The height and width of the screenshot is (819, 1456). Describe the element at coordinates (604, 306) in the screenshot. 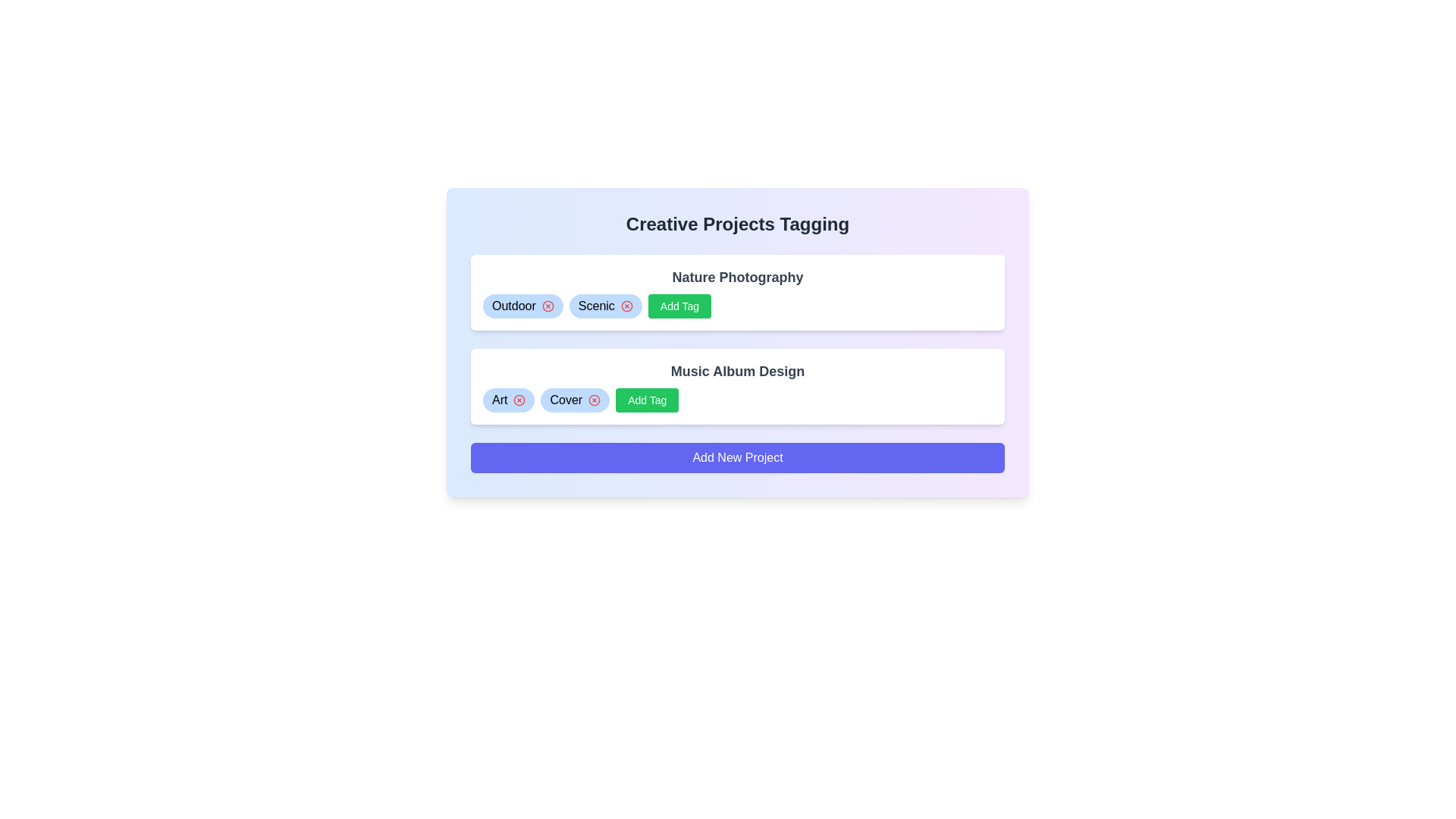

I see `the 'Scenic' tag element located in the first group of tags under the 'Nature Photography' section, which is the second tag to the right of 'Outdoor'` at that location.